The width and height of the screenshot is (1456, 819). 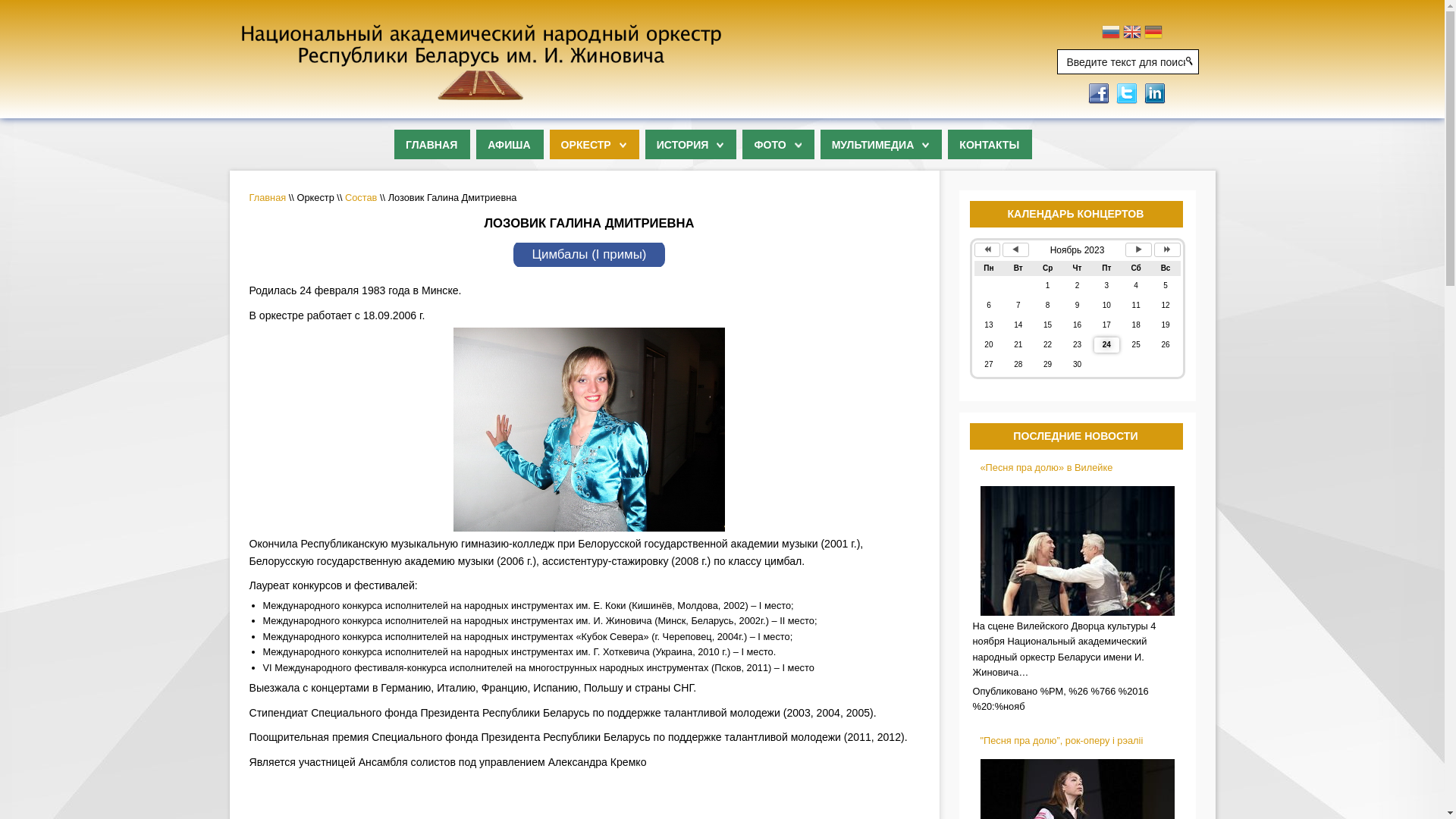 What do you see at coordinates (1110, 33) in the screenshot?
I see `'Russian'` at bounding box center [1110, 33].